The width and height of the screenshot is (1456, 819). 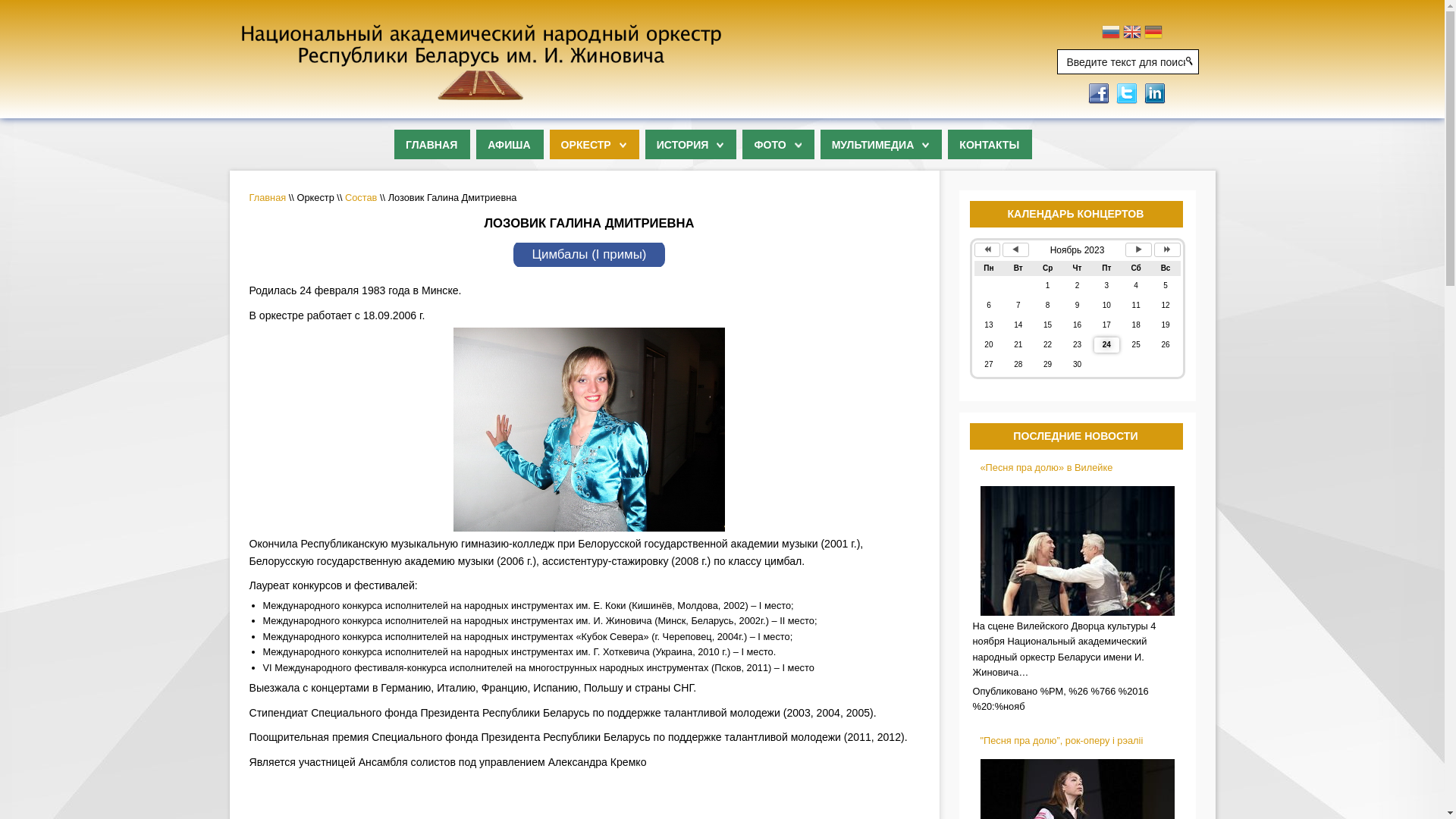 What do you see at coordinates (1110, 33) in the screenshot?
I see `'Russian'` at bounding box center [1110, 33].